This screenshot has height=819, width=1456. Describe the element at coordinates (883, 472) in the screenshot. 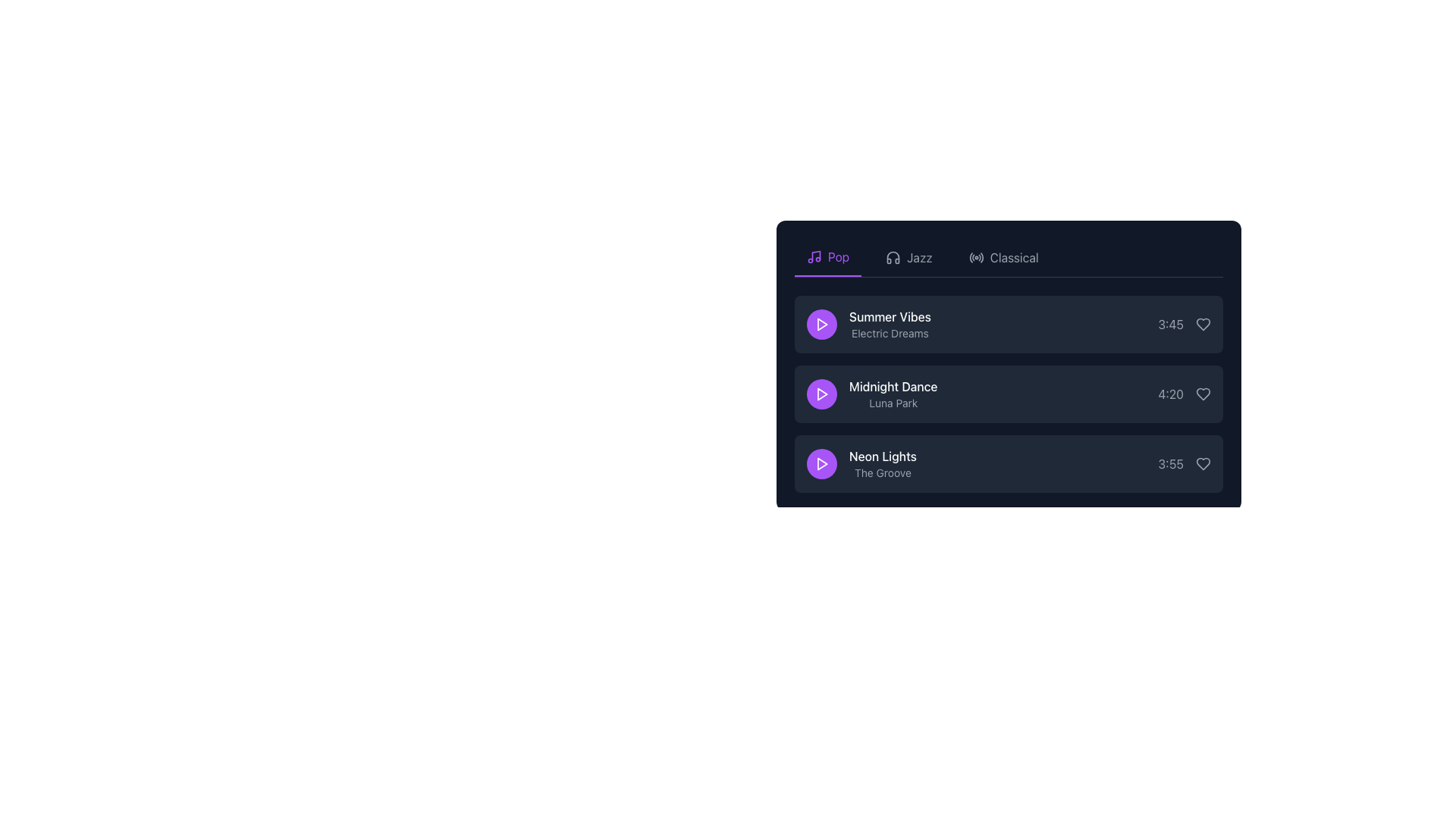

I see `the subtitle text label located directly below 'Neon Lights' in the music playlist interface` at that location.